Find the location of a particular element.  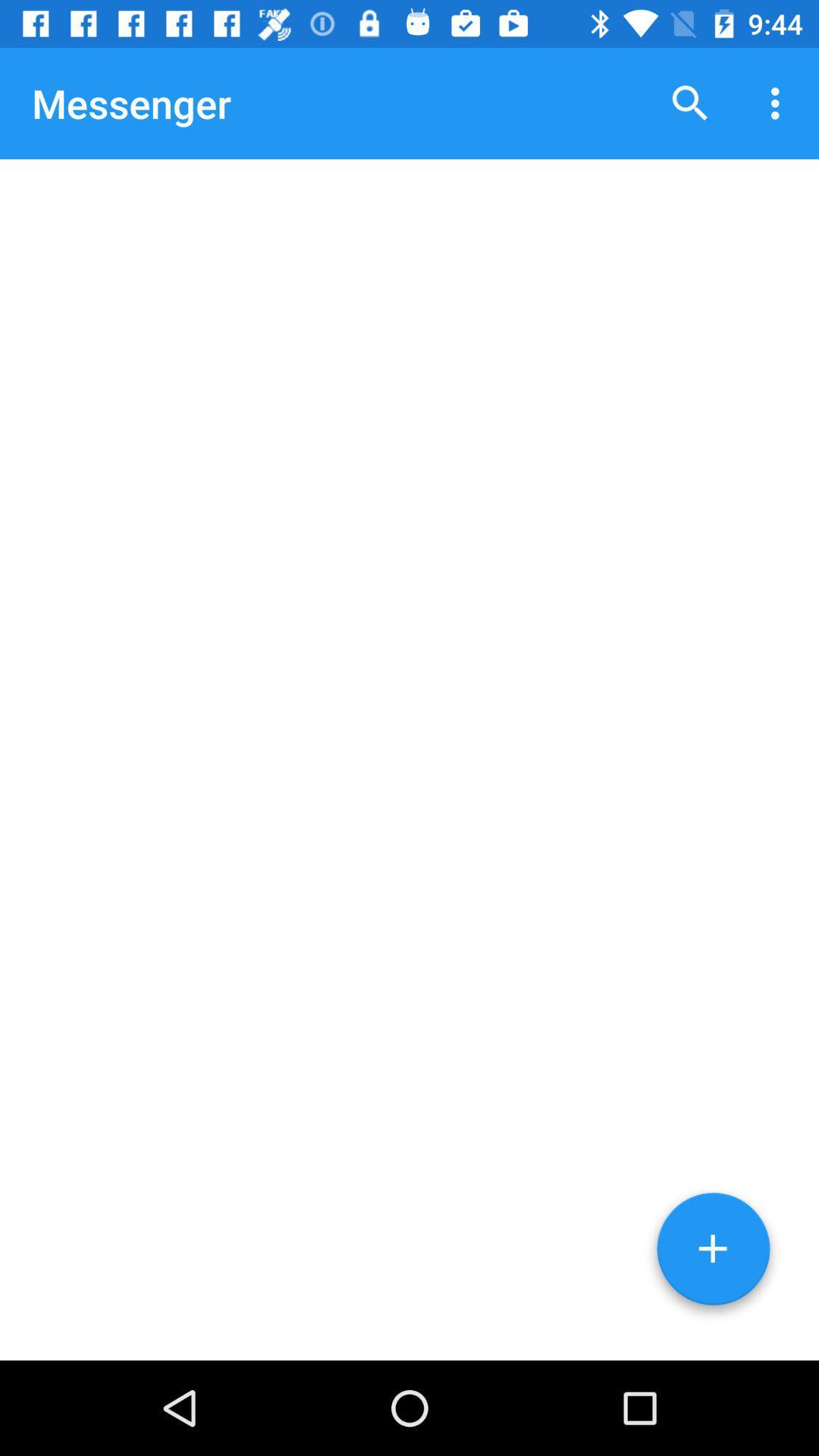

the icon next to the messenger icon is located at coordinates (690, 102).